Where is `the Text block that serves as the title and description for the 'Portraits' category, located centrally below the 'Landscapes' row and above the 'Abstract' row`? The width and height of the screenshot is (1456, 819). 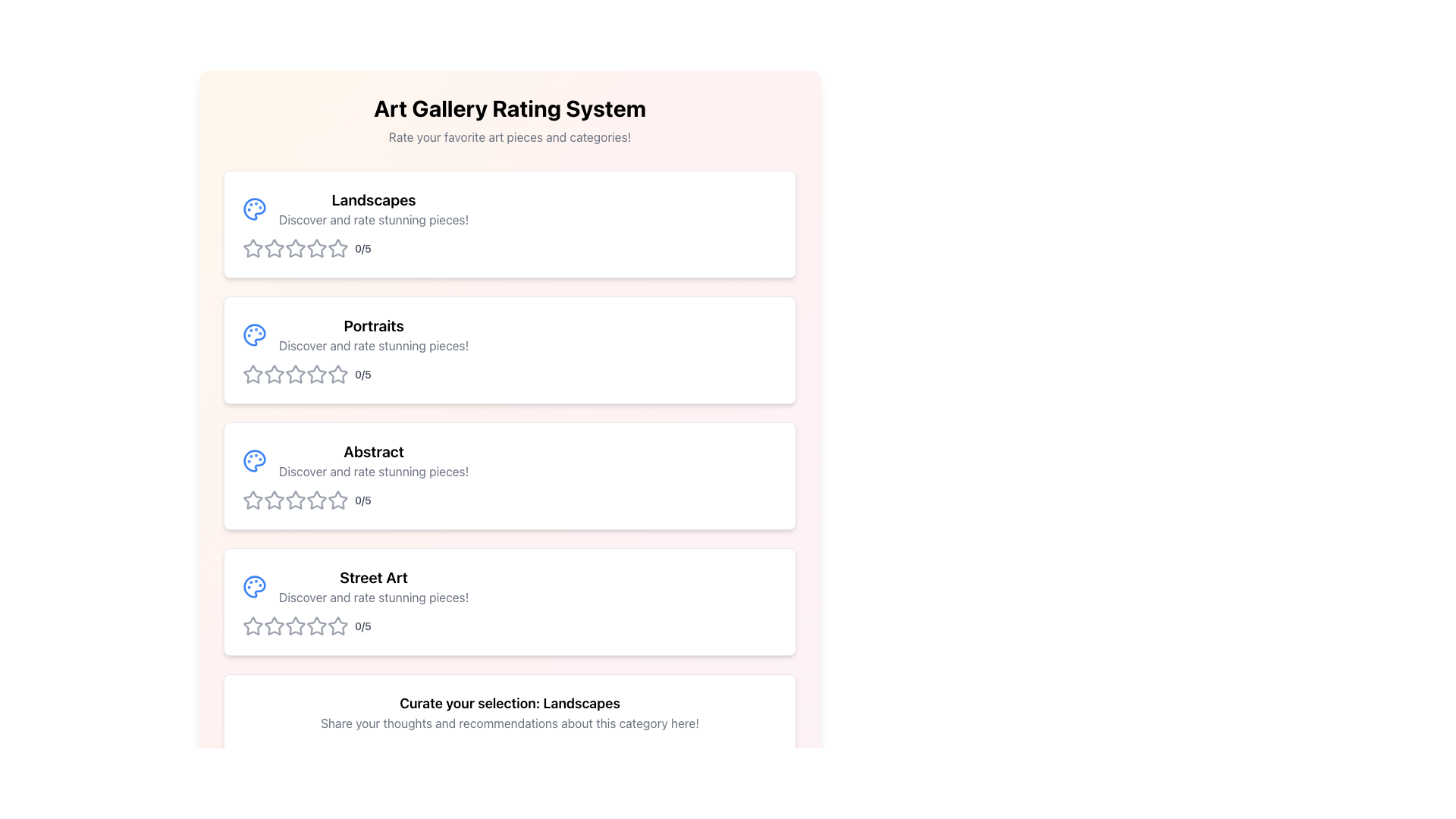 the Text block that serves as the title and description for the 'Portraits' category, located centrally below the 'Landscapes' row and above the 'Abstract' row is located at coordinates (374, 334).